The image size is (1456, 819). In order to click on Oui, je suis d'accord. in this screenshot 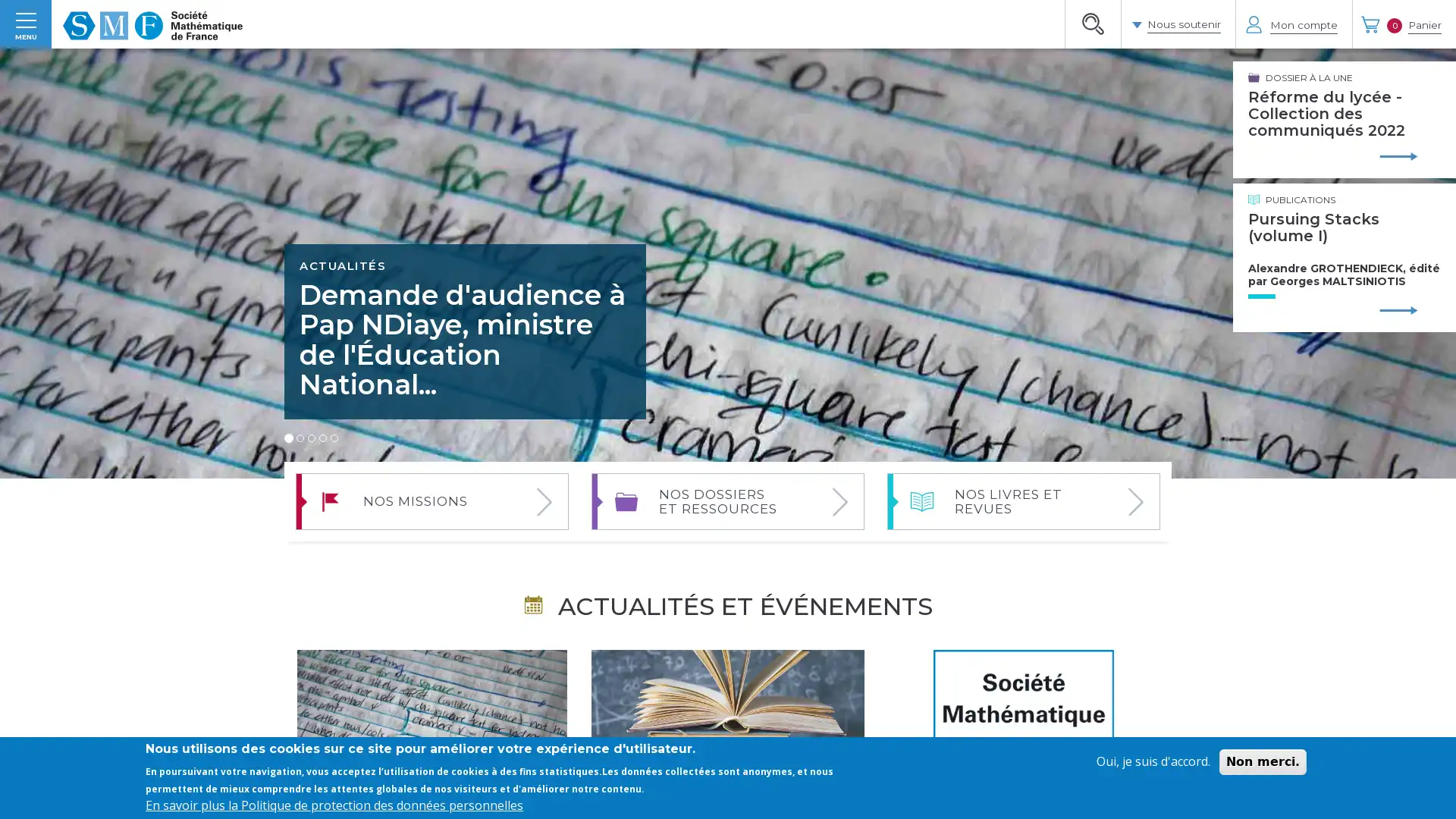, I will do `click(1153, 761)`.